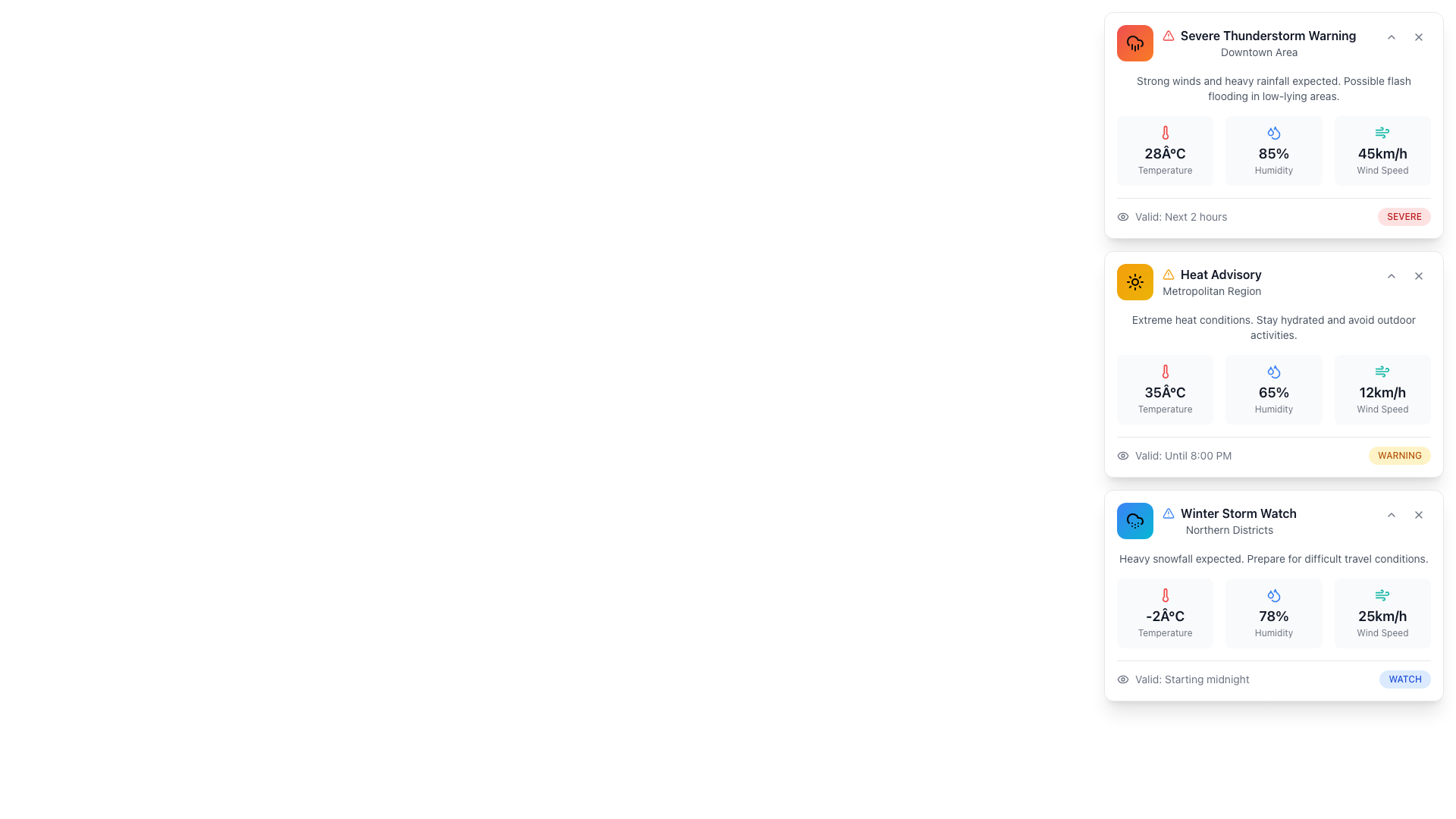 The width and height of the screenshot is (1456, 819). Describe the element at coordinates (1404, 216) in the screenshot. I see `the badge-style label containing the text 'SEVERE' in bold red font, located at the bottom-right corner of the 'Severe Thunderstorm Warning' card` at that location.